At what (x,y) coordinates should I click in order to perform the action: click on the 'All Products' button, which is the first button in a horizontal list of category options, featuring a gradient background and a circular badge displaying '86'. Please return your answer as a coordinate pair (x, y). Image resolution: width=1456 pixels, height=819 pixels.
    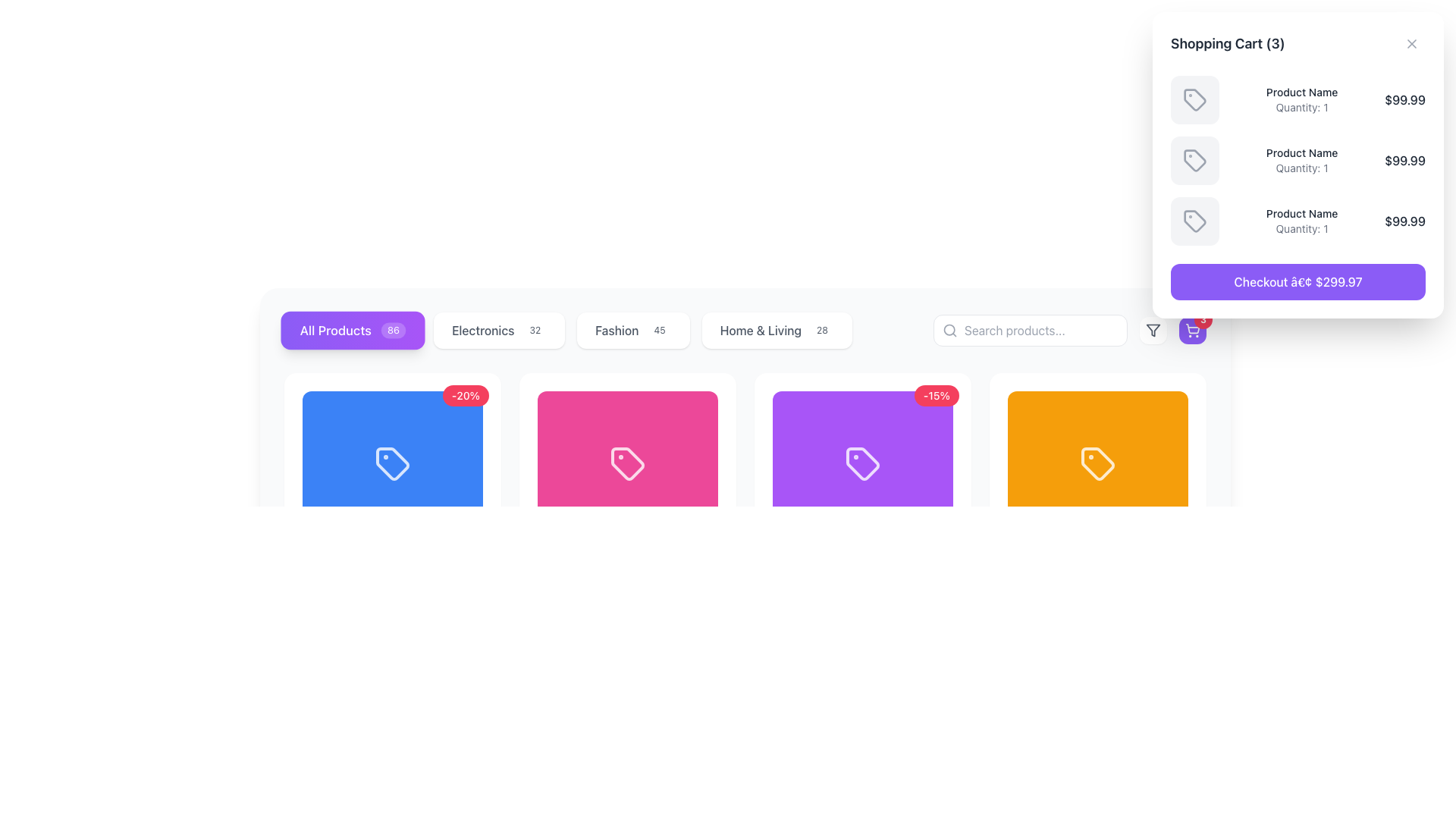
    Looking at the image, I should click on (352, 329).